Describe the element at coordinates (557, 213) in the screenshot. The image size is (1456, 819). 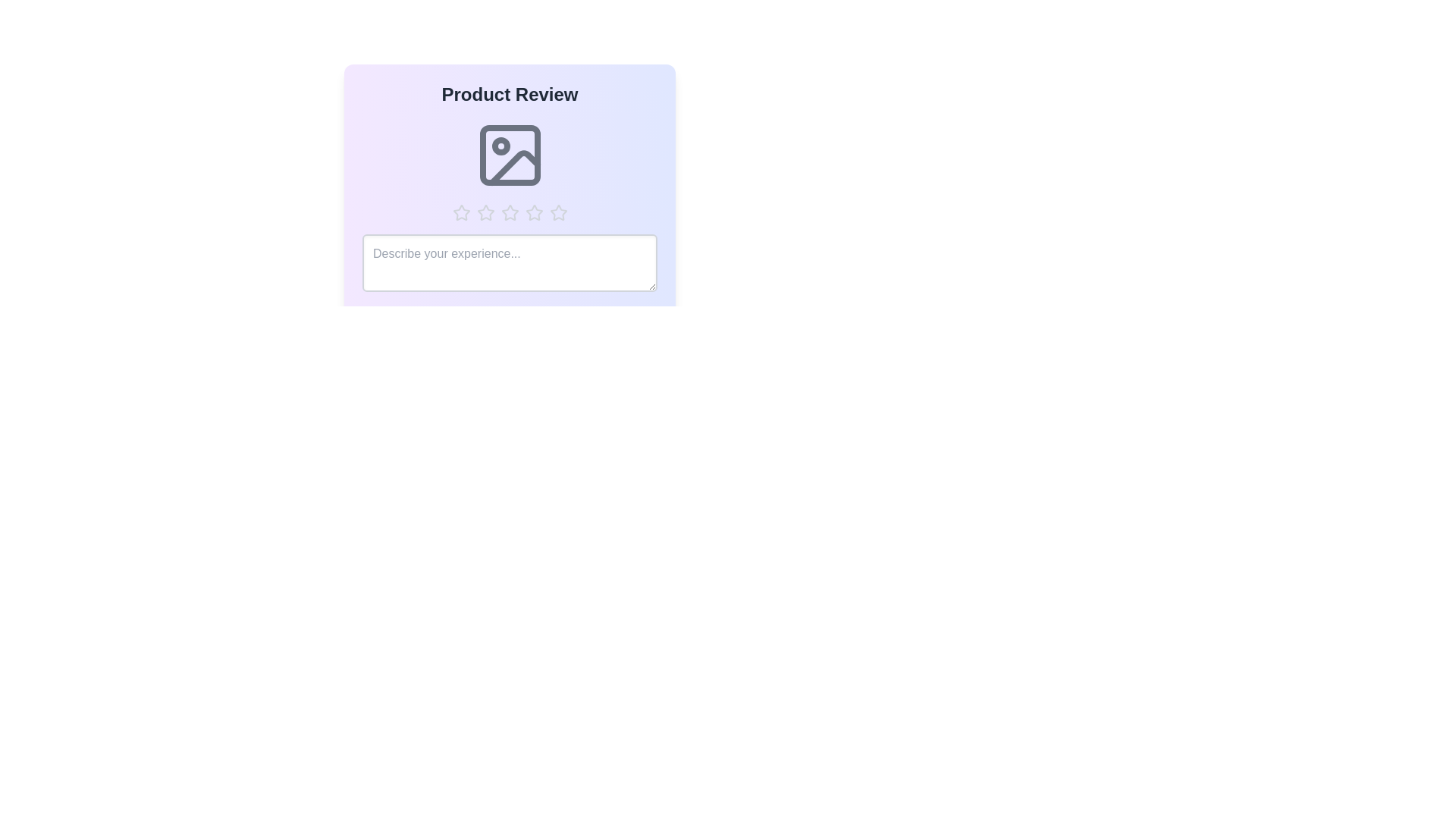
I see `the star corresponding to 5 stars to preview the rating` at that location.